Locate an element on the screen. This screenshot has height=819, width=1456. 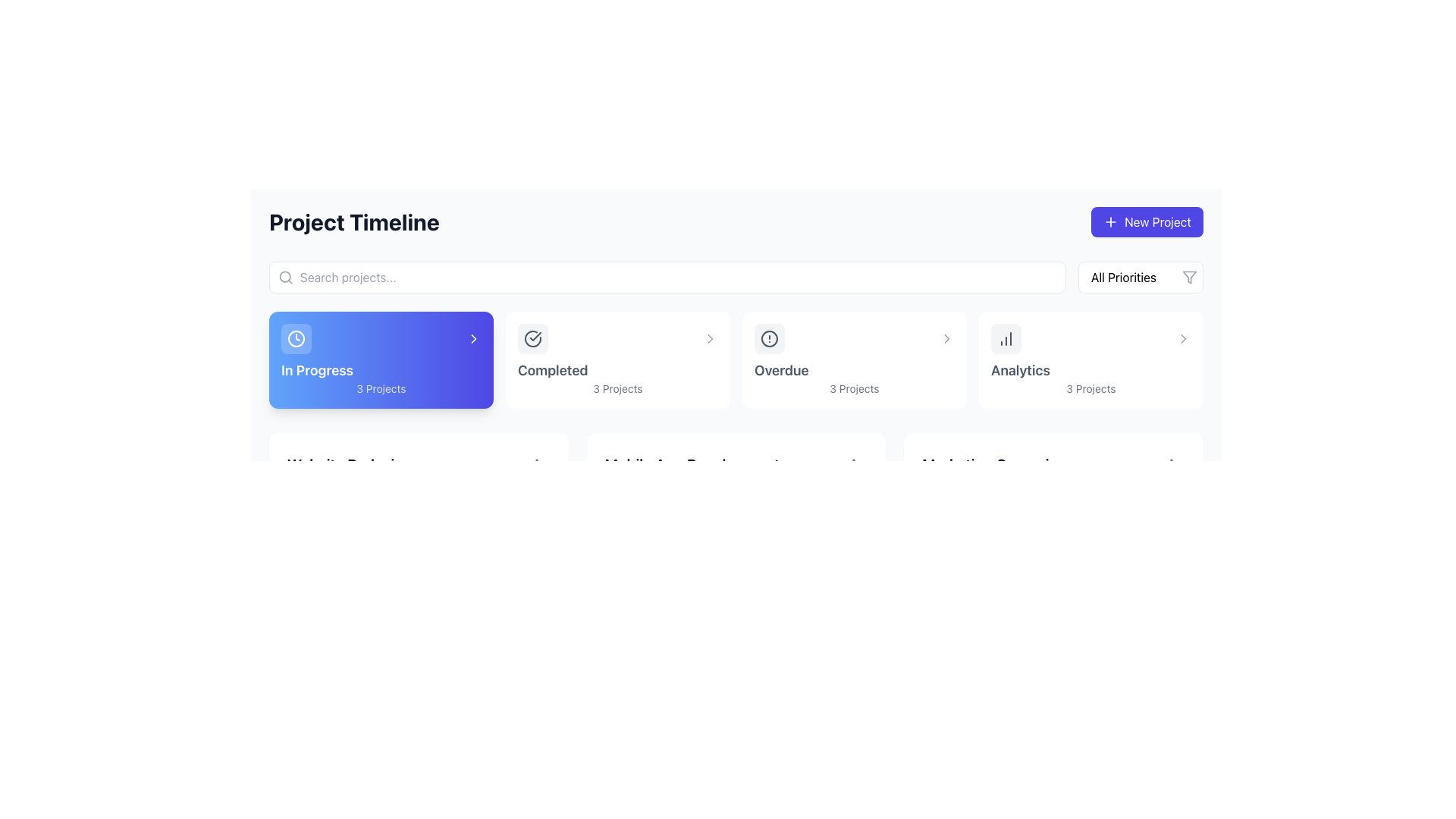
the category indicator or navigation shortcut within the 'Analytics' card located on the right side in the second row of interactive cards is located at coordinates (1090, 338).